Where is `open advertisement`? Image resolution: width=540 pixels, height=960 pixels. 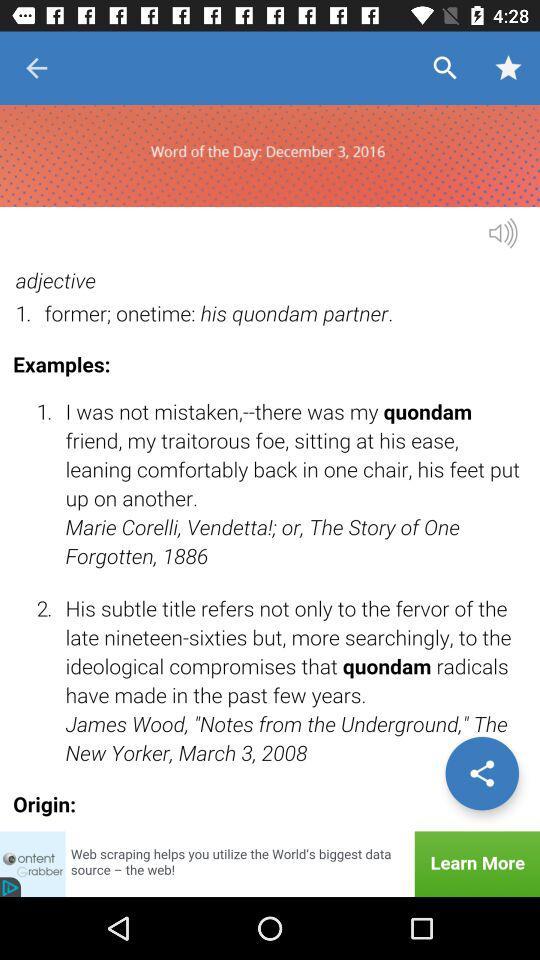
open advertisement is located at coordinates (270, 863).